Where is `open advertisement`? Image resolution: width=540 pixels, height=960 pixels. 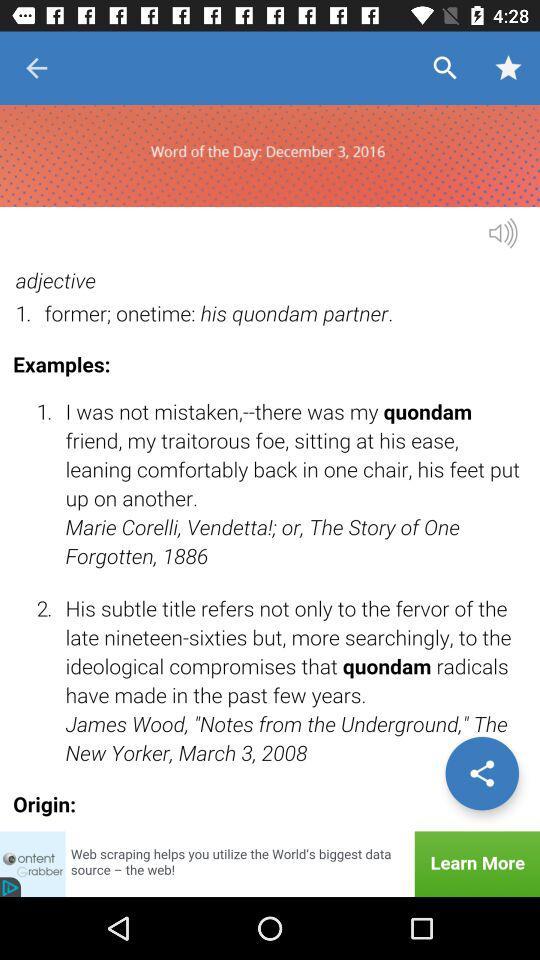
open advertisement is located at coordinates (270, 863).